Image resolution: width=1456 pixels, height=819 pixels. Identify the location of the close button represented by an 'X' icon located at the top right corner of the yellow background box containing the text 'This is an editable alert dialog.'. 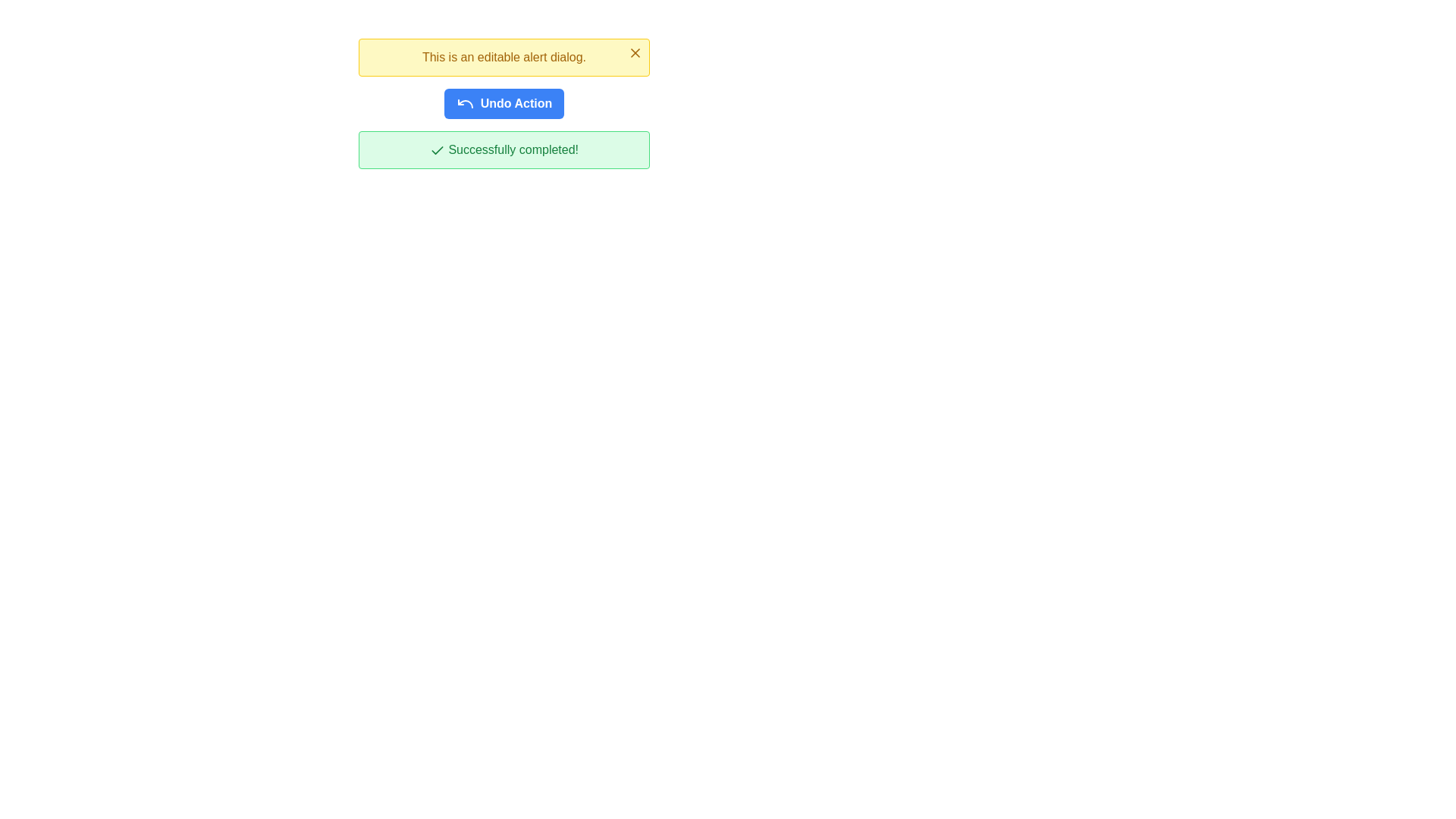
(635, 52).